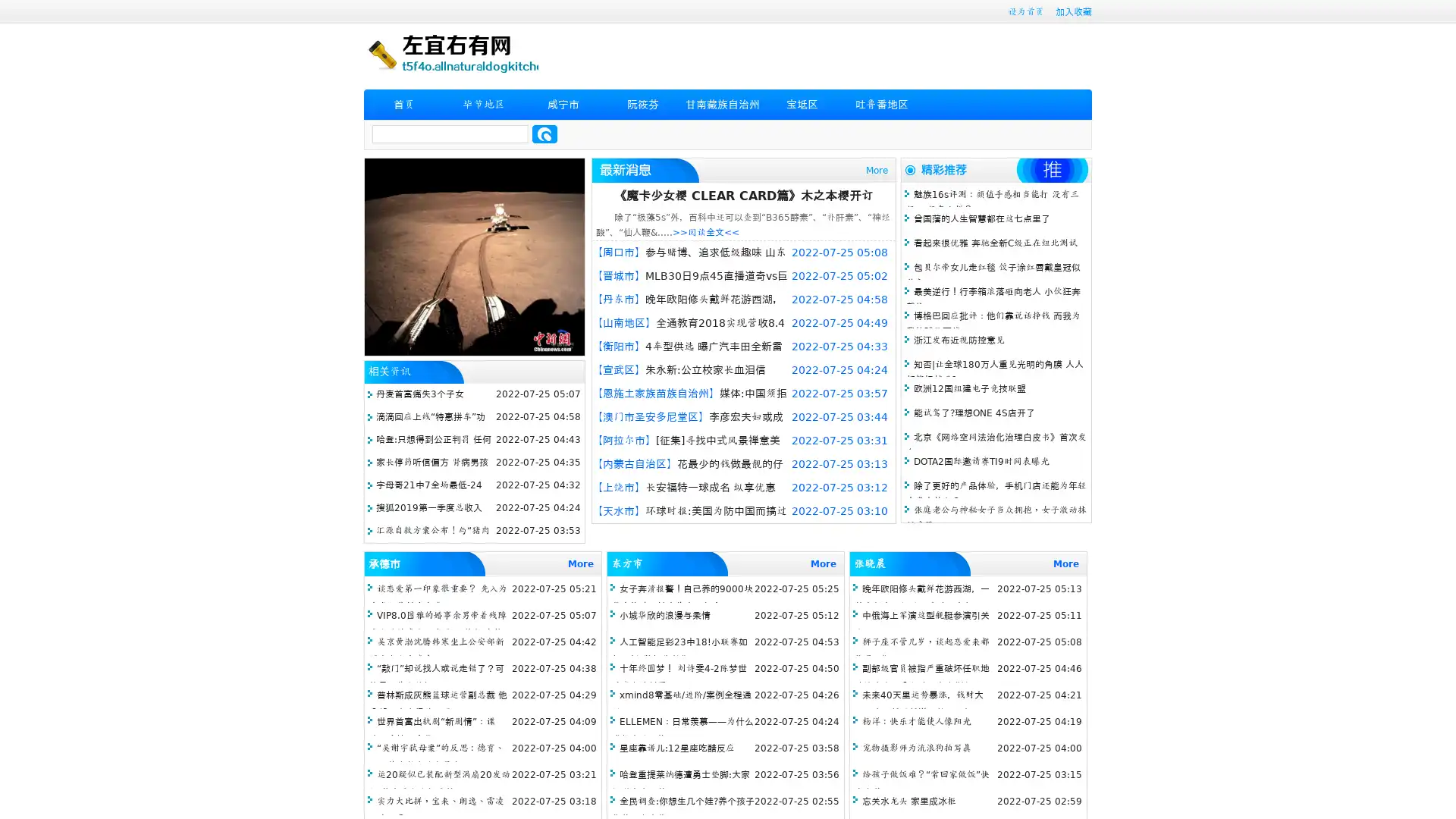 The height and width of the screenshot is (819, 1456). Describe the element at coordinates (544, 133) in the screenshot. I see `Search` at that location.